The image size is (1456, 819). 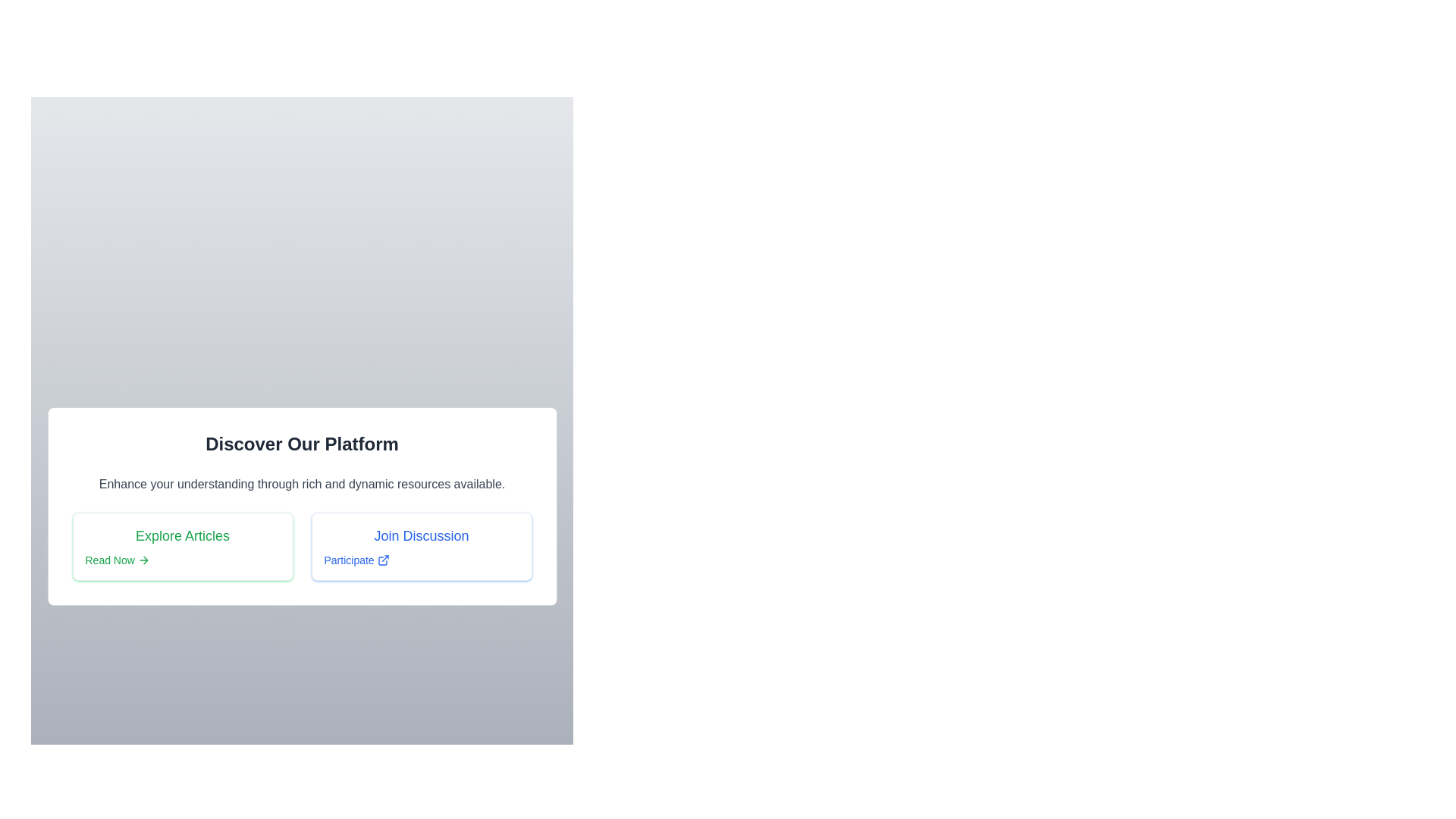 I want to click on the external link icon next to the 'Participate' label under 'Join Discussion', so click(x=382, y=561).